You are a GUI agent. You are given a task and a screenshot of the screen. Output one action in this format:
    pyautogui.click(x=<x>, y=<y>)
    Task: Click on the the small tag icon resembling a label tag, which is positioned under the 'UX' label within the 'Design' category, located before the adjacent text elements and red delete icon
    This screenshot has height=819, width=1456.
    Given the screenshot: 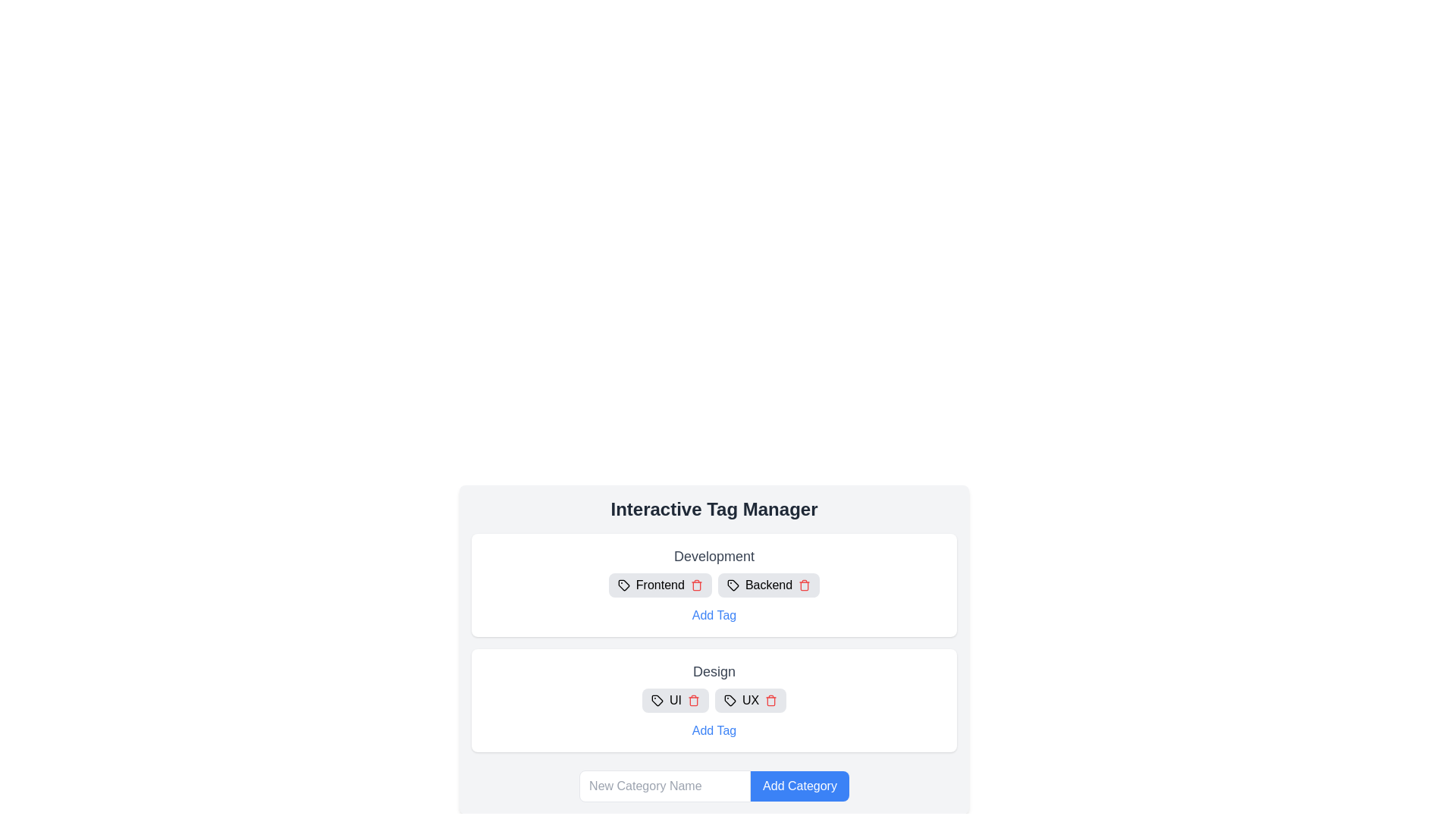 What is the action you would take?
    pyautogui.click(x=730, y=701)
    